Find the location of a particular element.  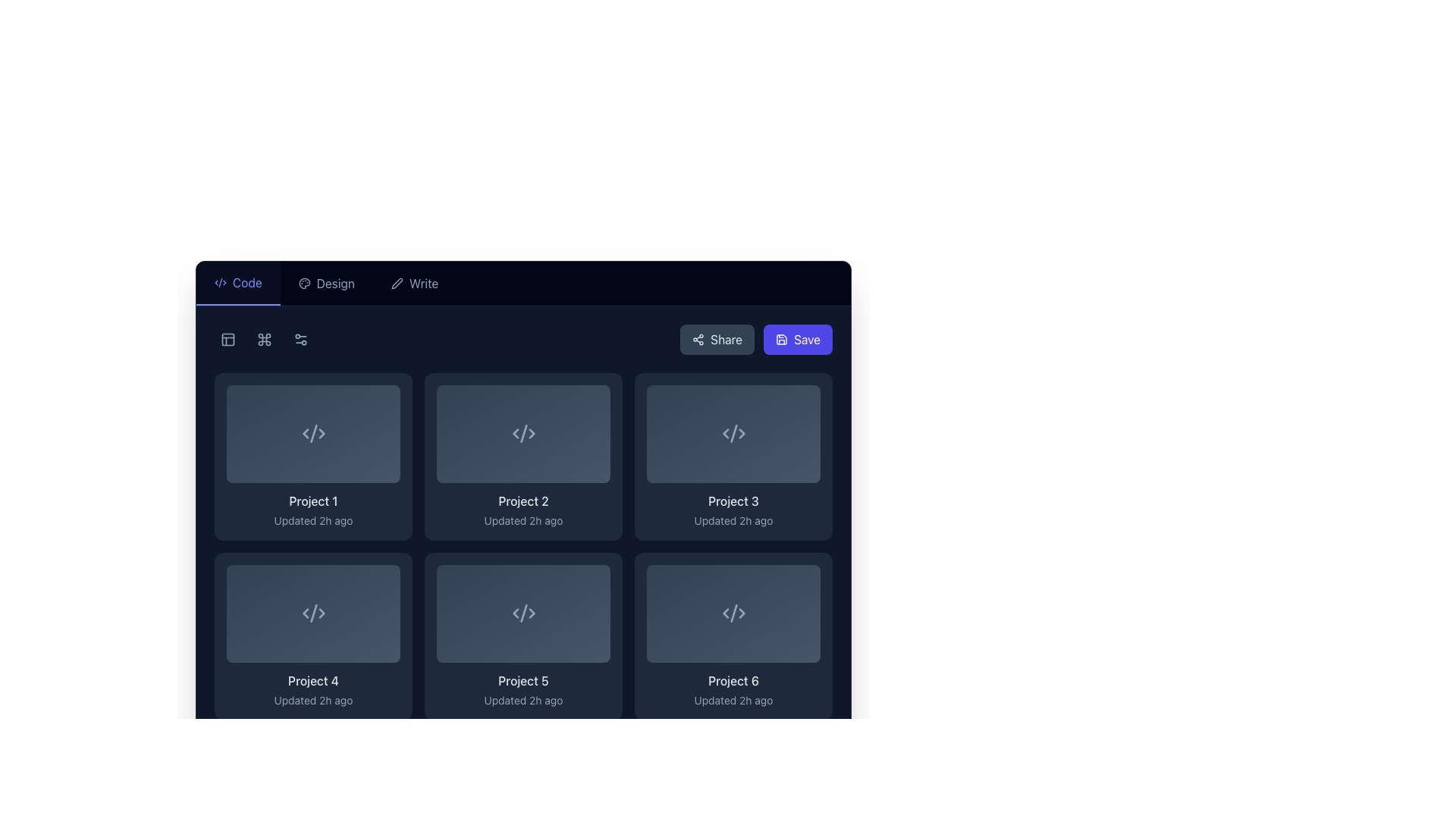

the left-facing chevron icon representing the XML code in the top-left project card labeled 'Project 1' is located at coordinates (304, 434).